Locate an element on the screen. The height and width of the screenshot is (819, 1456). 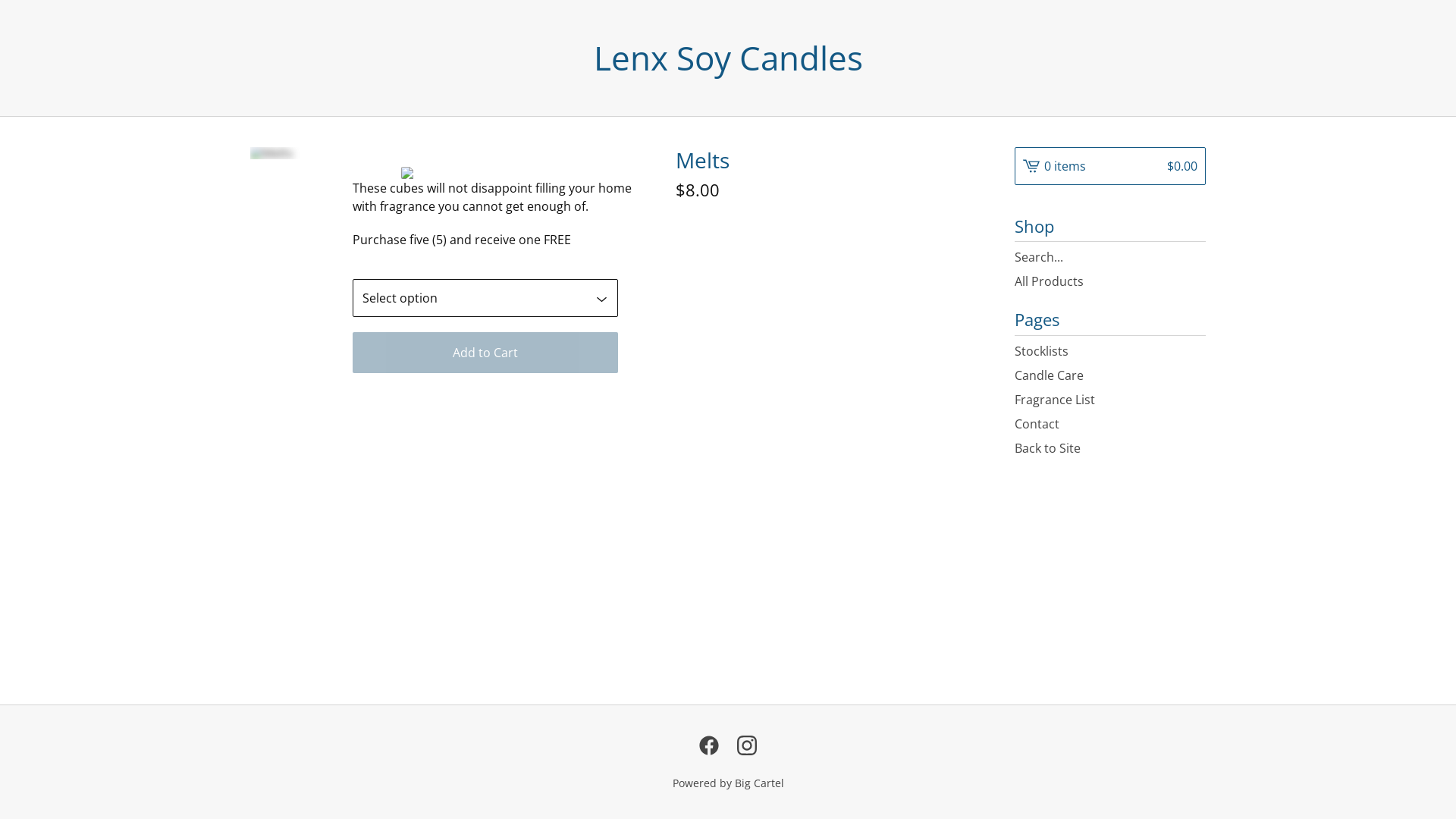
'Fragrance List' is located at coordinates (1110, 399).